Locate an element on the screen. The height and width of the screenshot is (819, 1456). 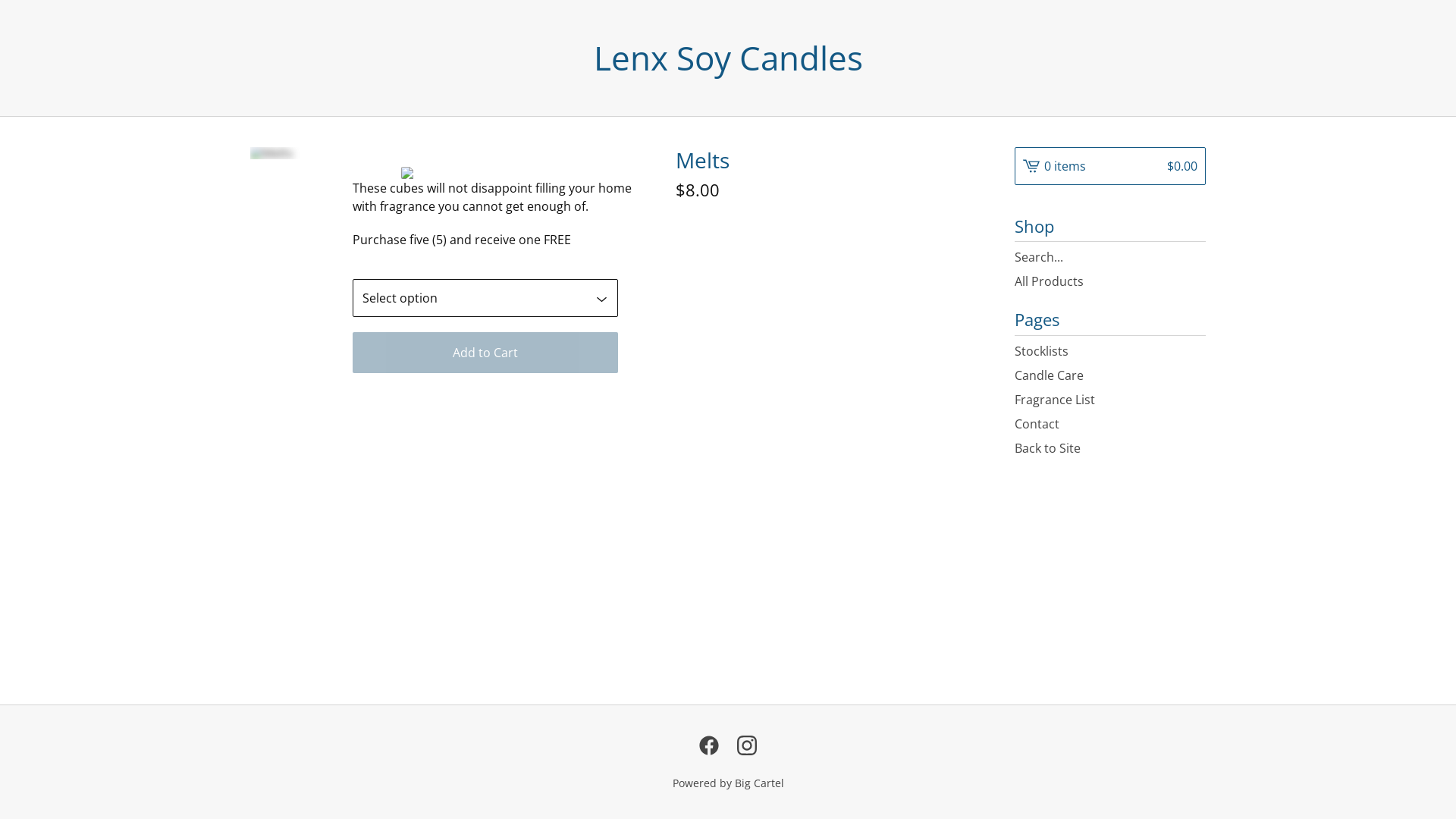
'Fragrance List' is located at coordinates (1110, 399).